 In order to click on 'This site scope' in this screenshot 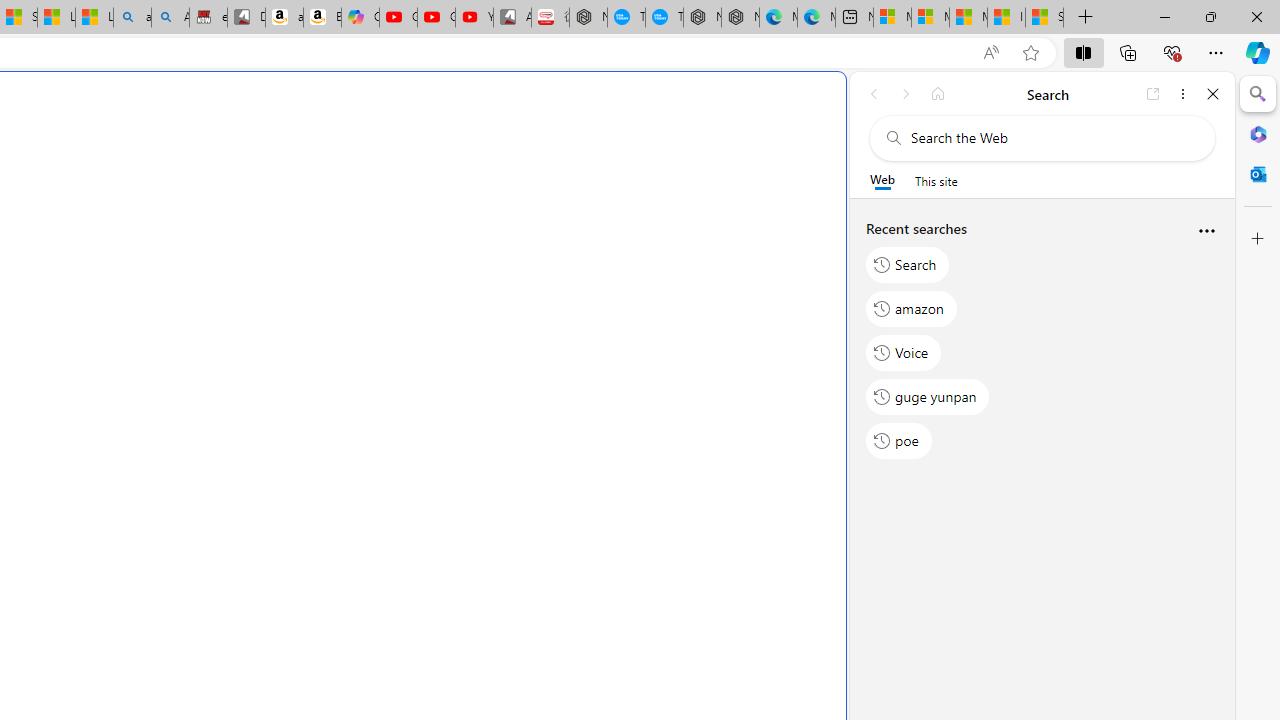, I will do `click(935, 180)`.